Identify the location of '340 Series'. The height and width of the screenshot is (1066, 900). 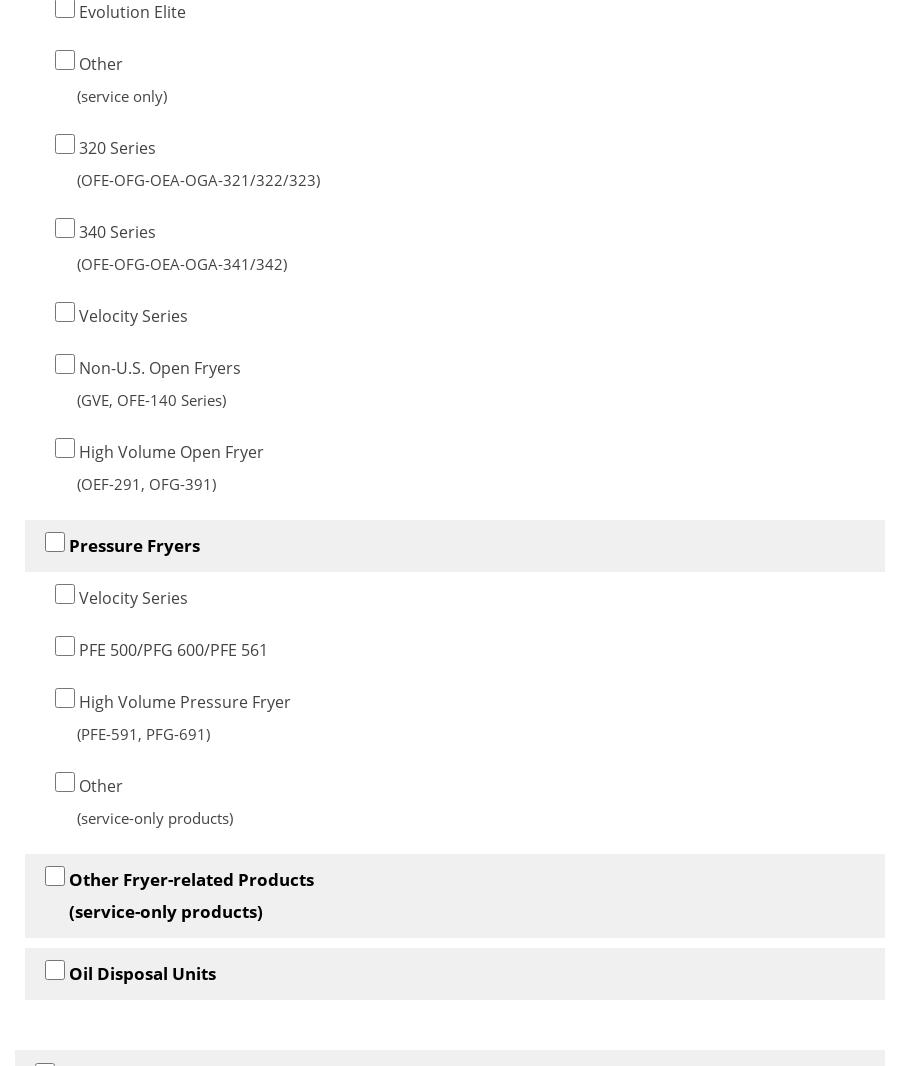
(115, 230).